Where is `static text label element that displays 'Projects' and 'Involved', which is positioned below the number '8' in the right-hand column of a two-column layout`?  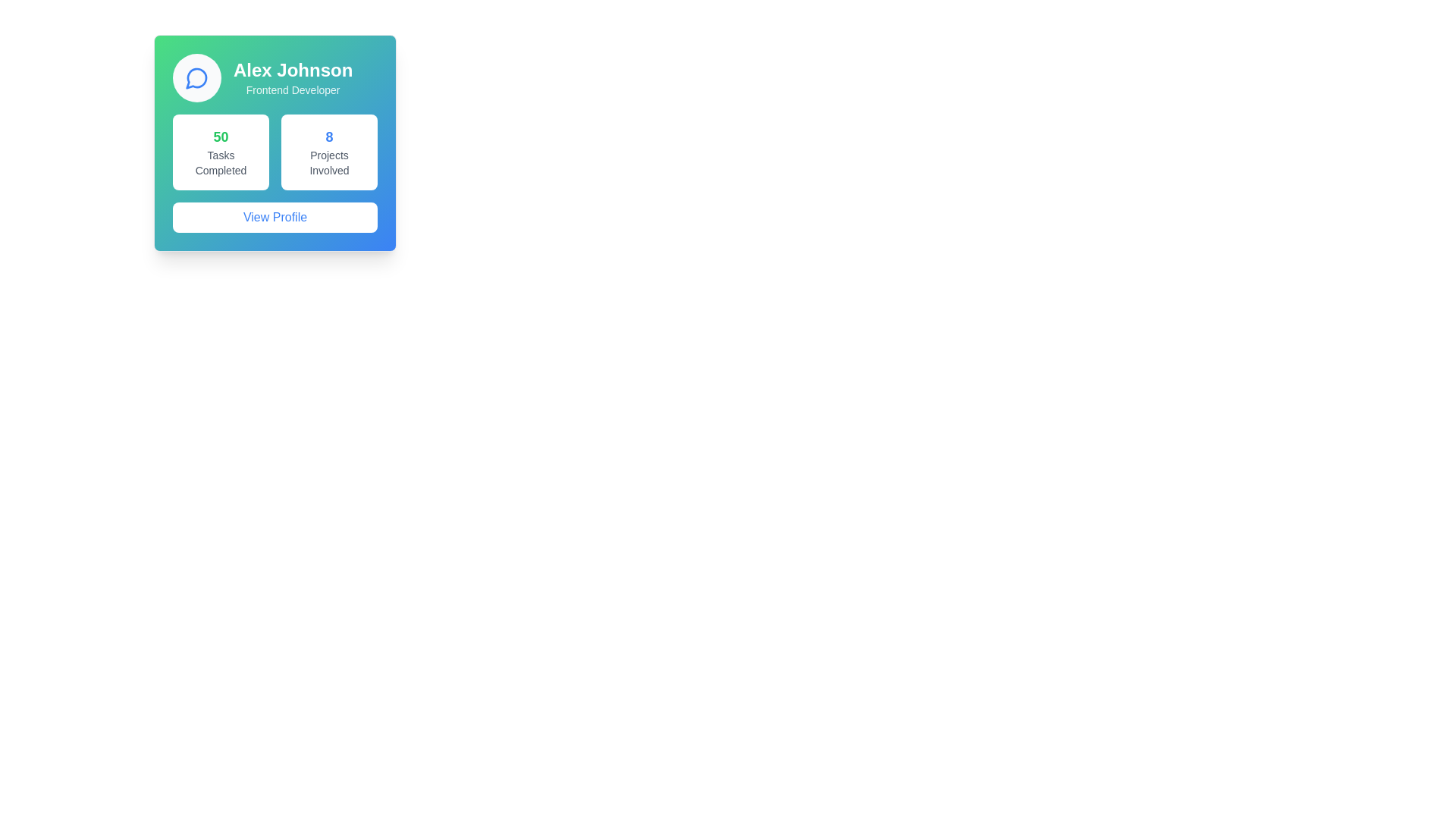 static text label element that displays 'Projects' and 'Involved', which is positioned below the number '8' in the right-hand column of a two-column layout is located at coordinates (328, 163).